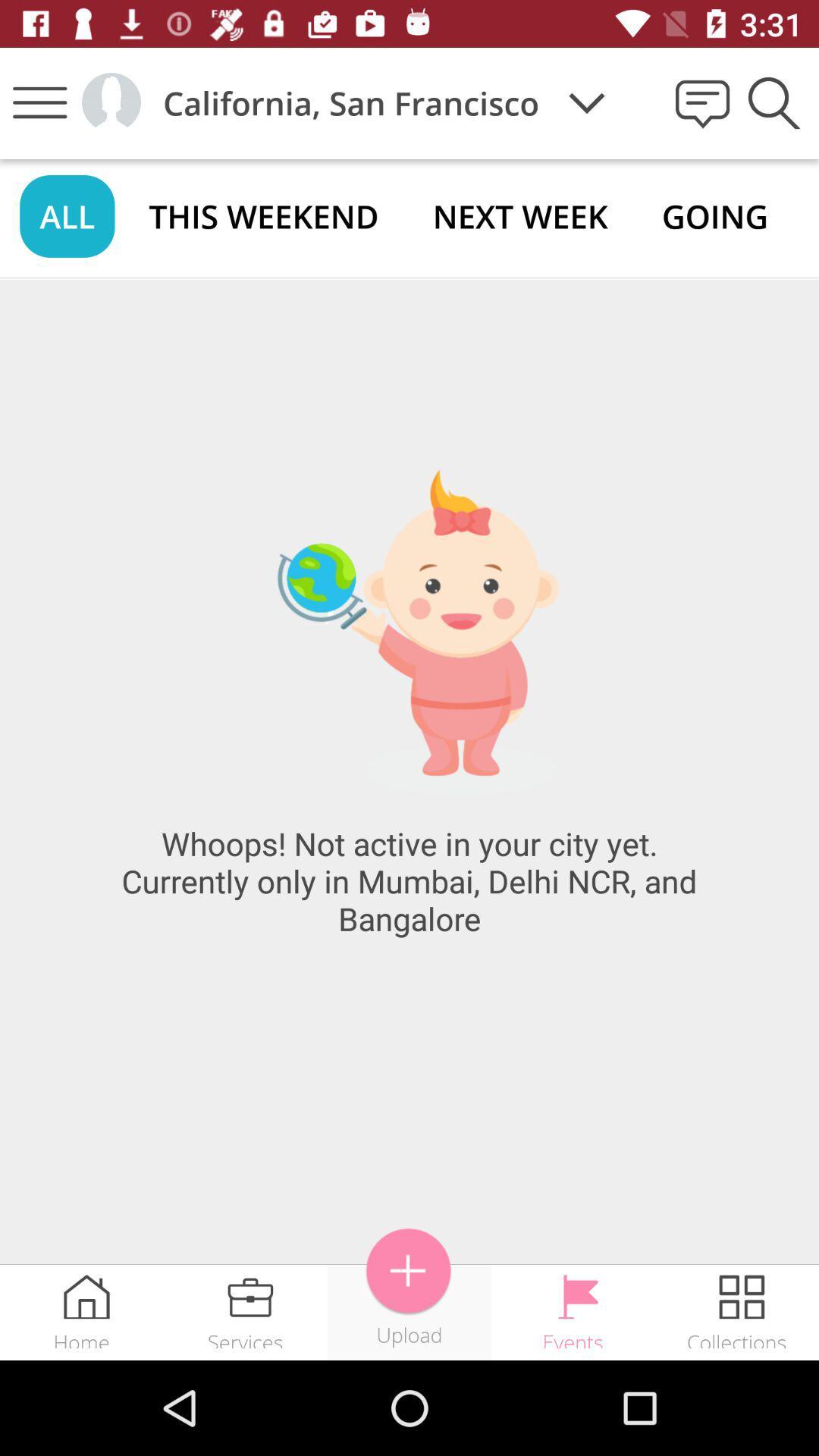 This screenshot has height=1456, width=819. I want to click on the icon next to the this weekend, so click(66, 215).